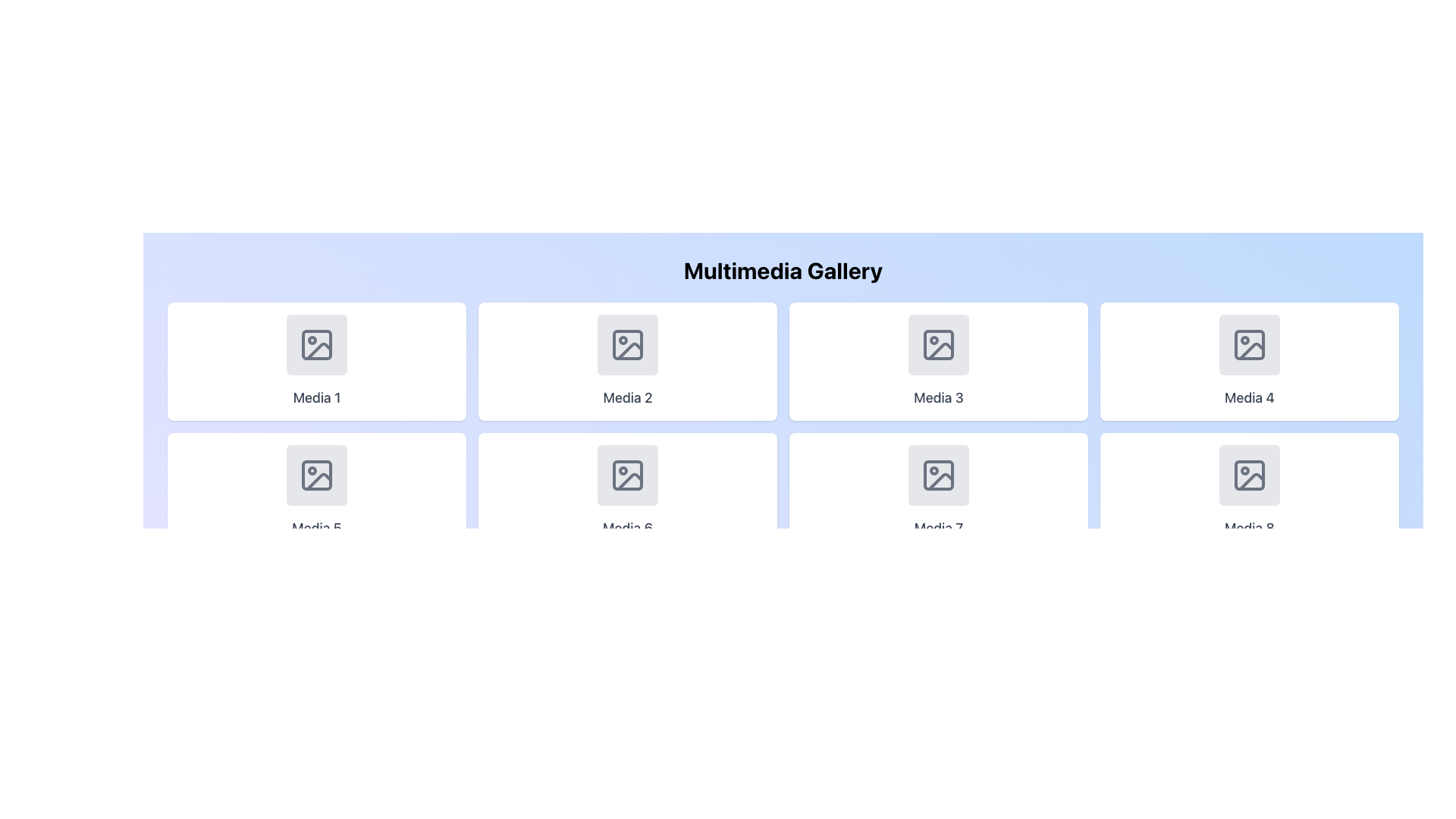  What do you see at coordinates (628, 475) in the screenshot?
I see `the rounded gray rectangle element that is part of the 'Media 6' icon in the grid layout` at bounding box center [628, 475].